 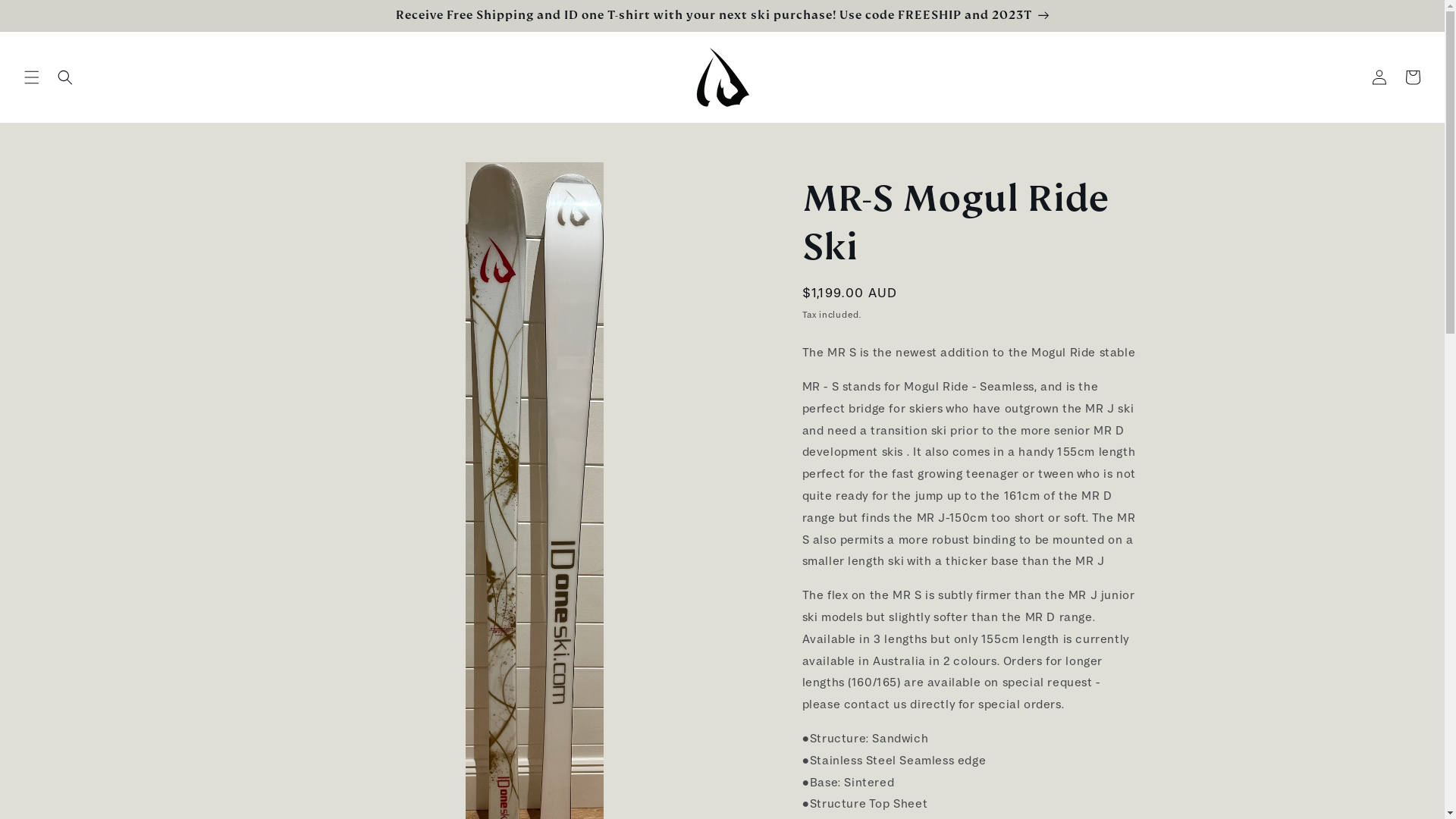 I want to click on 'Cart', so click(x=1411, y=77).